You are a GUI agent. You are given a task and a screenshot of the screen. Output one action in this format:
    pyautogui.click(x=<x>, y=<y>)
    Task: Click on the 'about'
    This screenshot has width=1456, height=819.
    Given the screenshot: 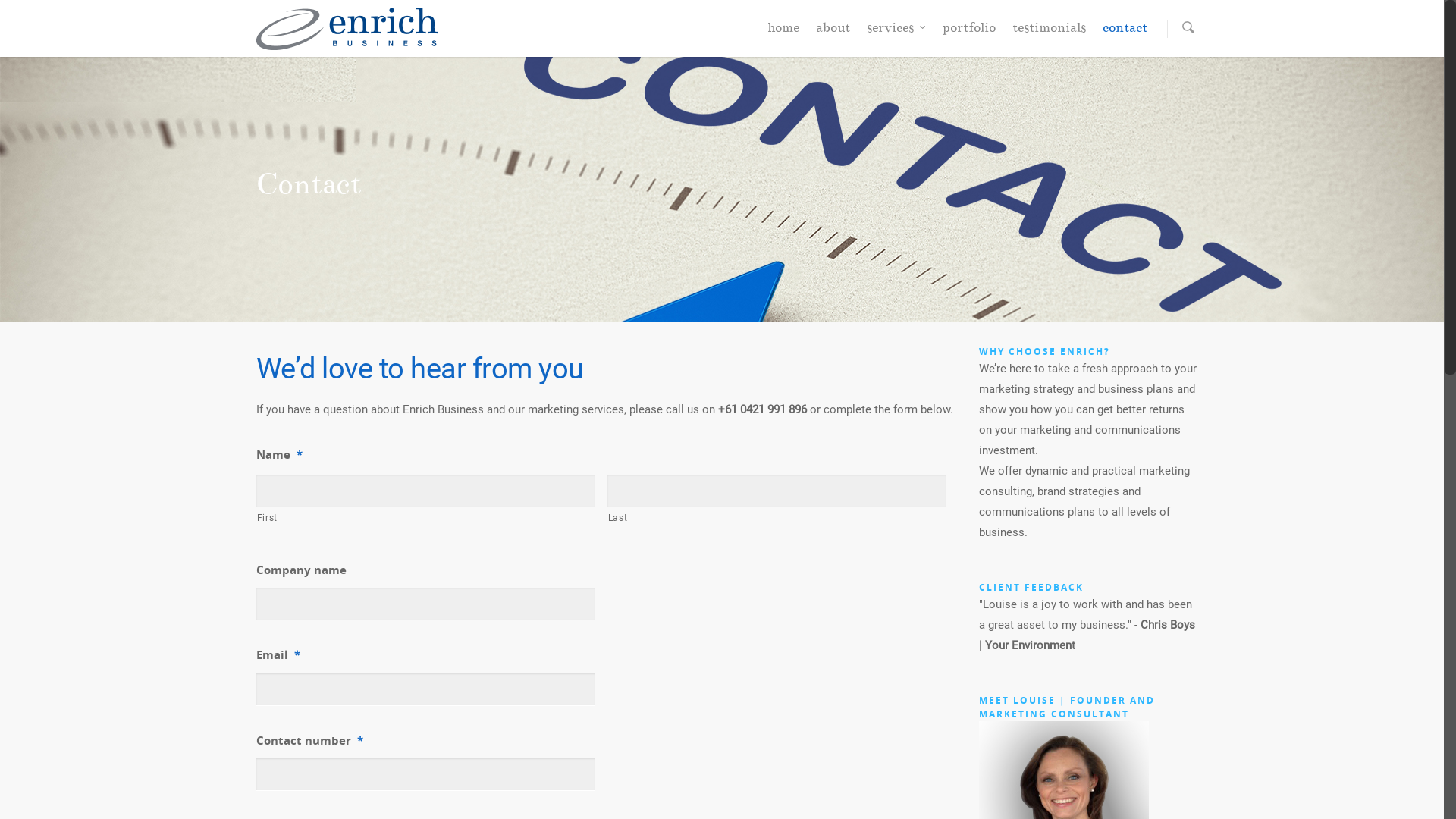 What is the action you would take?
    pyautogui.click(x=832, y=32)
    